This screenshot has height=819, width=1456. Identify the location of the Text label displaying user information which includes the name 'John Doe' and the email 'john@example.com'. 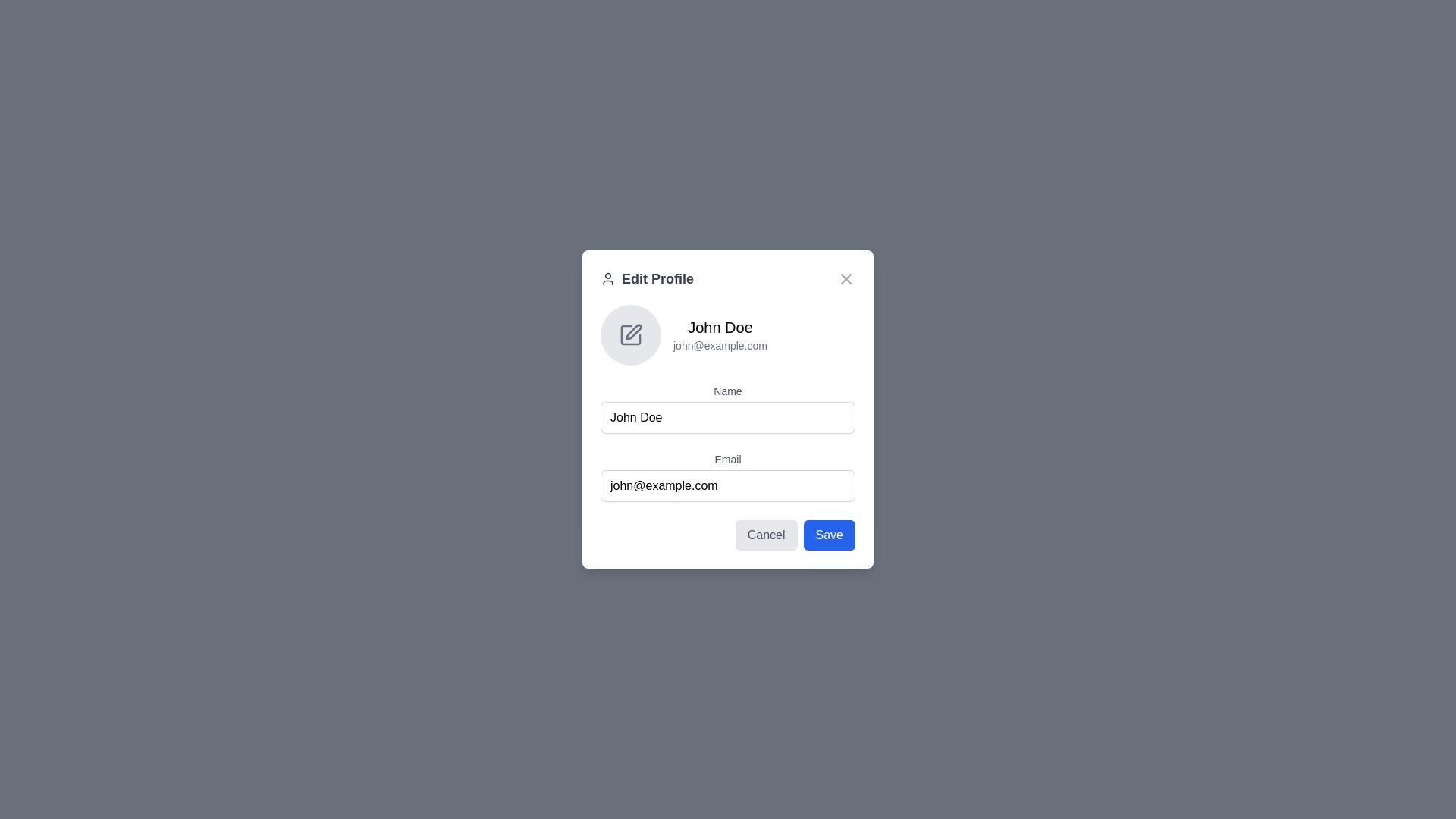
(720, 334).